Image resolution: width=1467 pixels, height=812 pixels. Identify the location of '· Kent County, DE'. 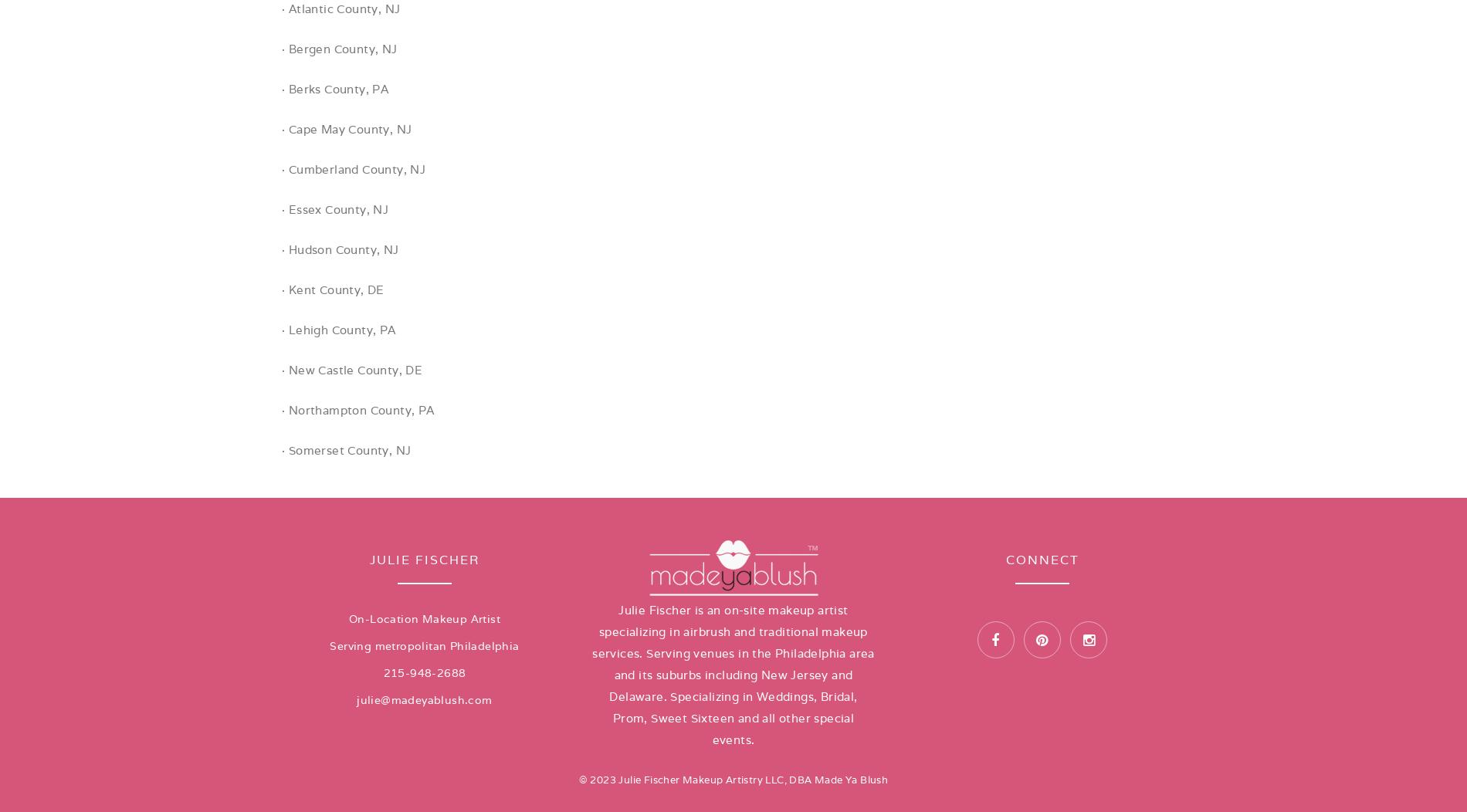
(331, 289).